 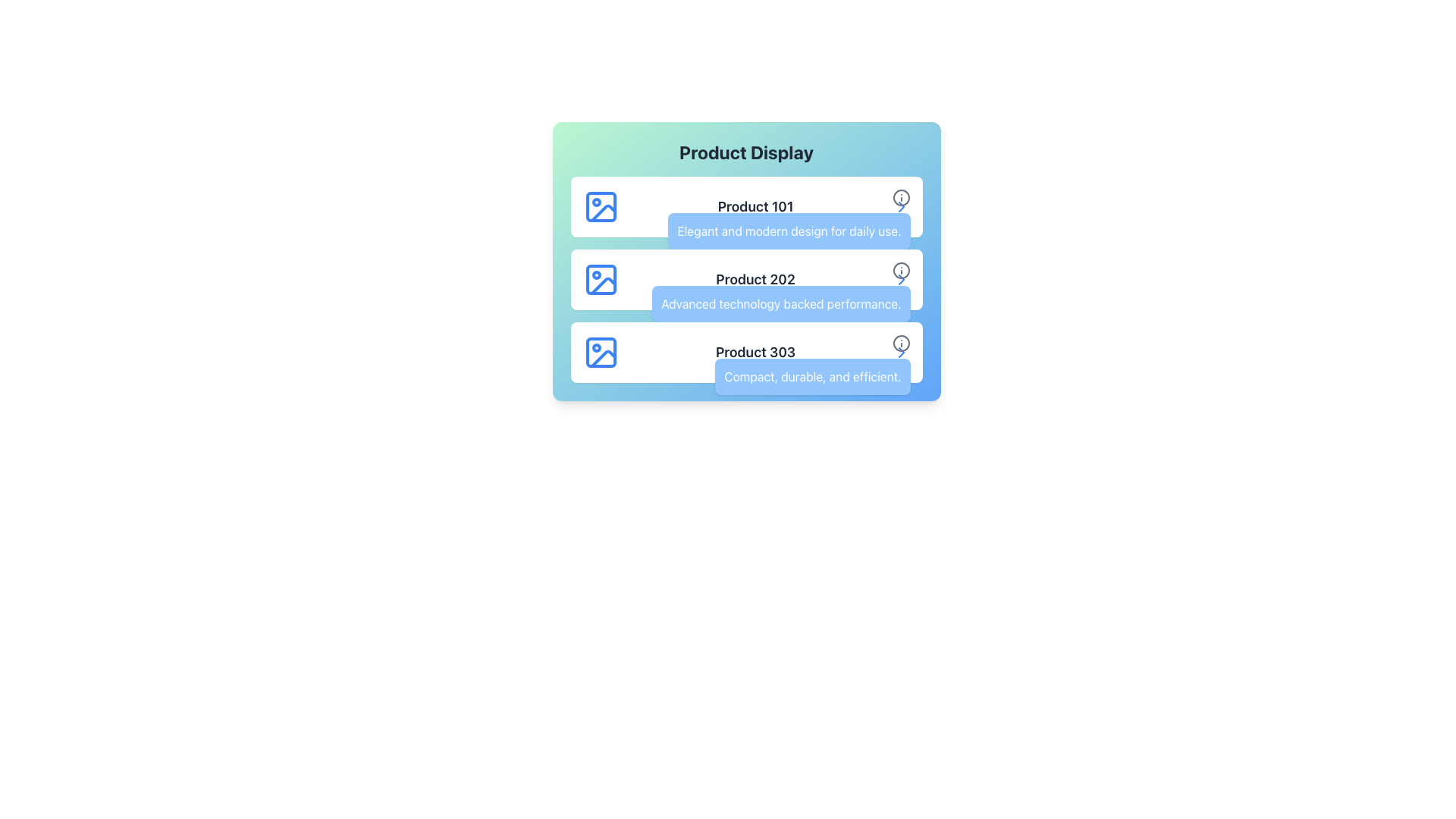 What do you see at coordinates (755, 353) in the screenshot?
I see `the Text Display element that presents the name and brief description of 'Product 303', located in the third row of product displays` at bounding box center [755, 353].